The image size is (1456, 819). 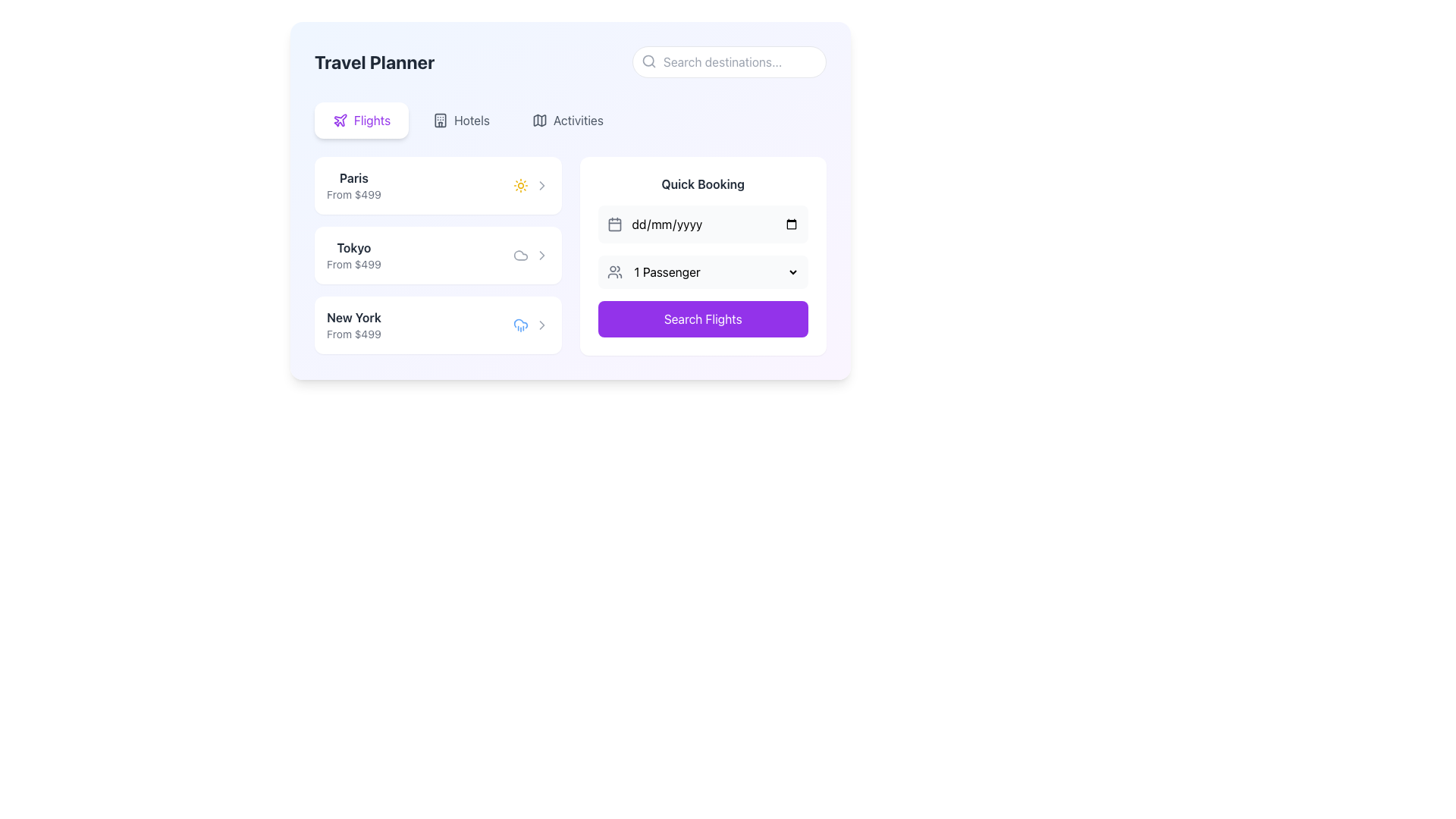 What do you see at coordinates (702, 318) in the screenshot?
I see `the 'Search Flights' button with a purple background and white text, located at the bottom of the 'Quick Booking' section` at bounding box center [702, 318].